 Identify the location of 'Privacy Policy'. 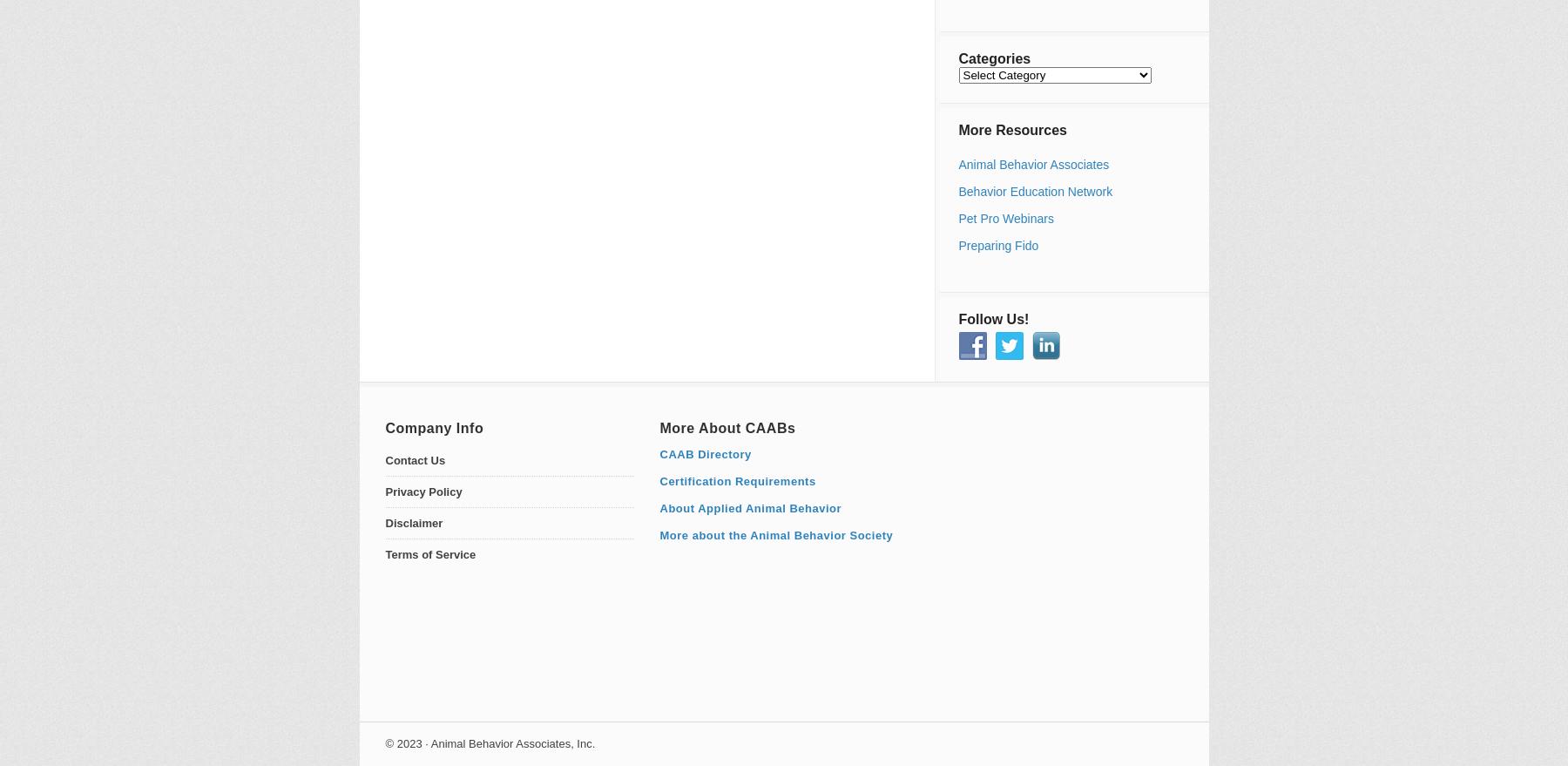
(422, 491).